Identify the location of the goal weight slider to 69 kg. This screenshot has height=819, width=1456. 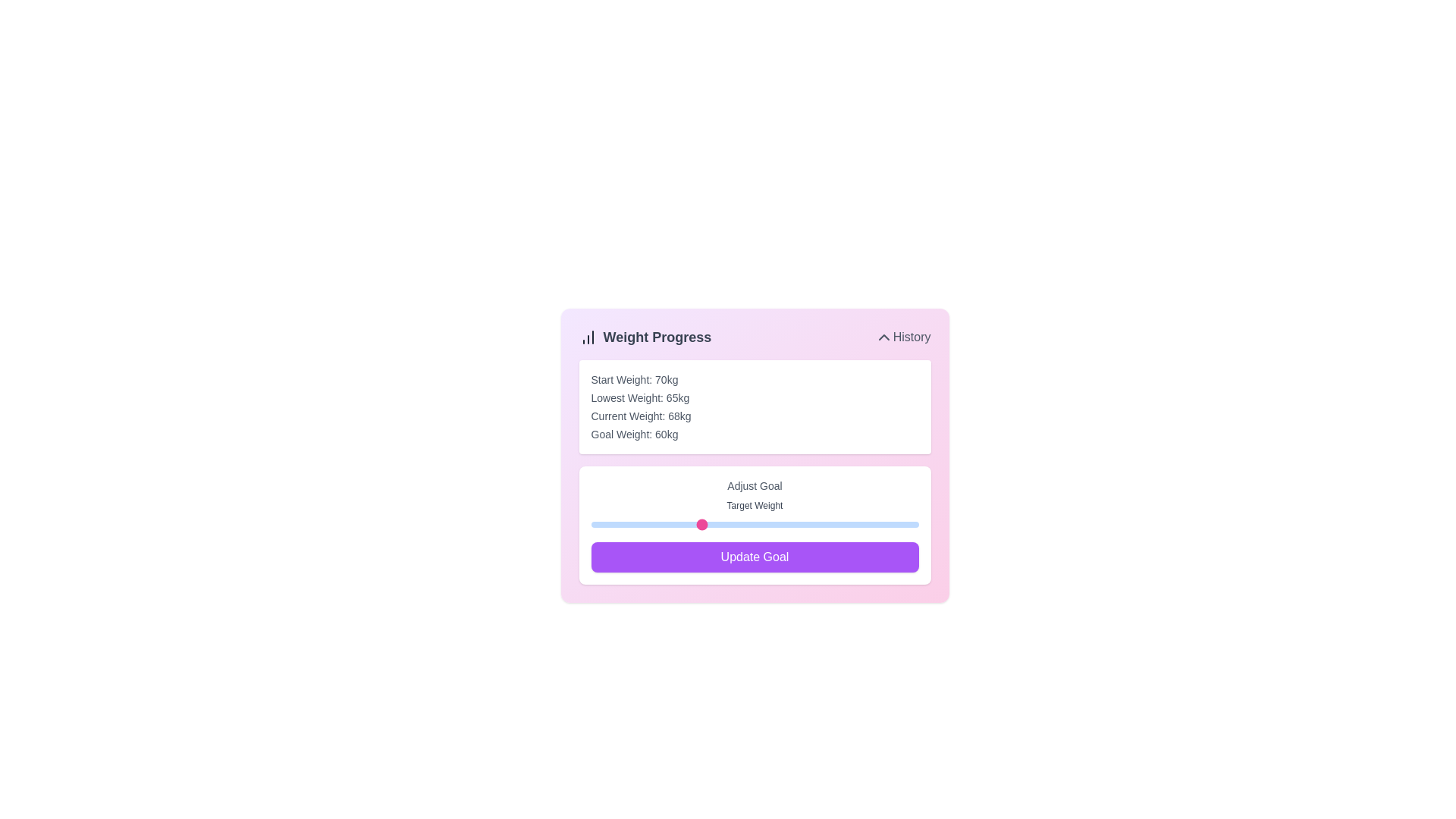
(798, 523).